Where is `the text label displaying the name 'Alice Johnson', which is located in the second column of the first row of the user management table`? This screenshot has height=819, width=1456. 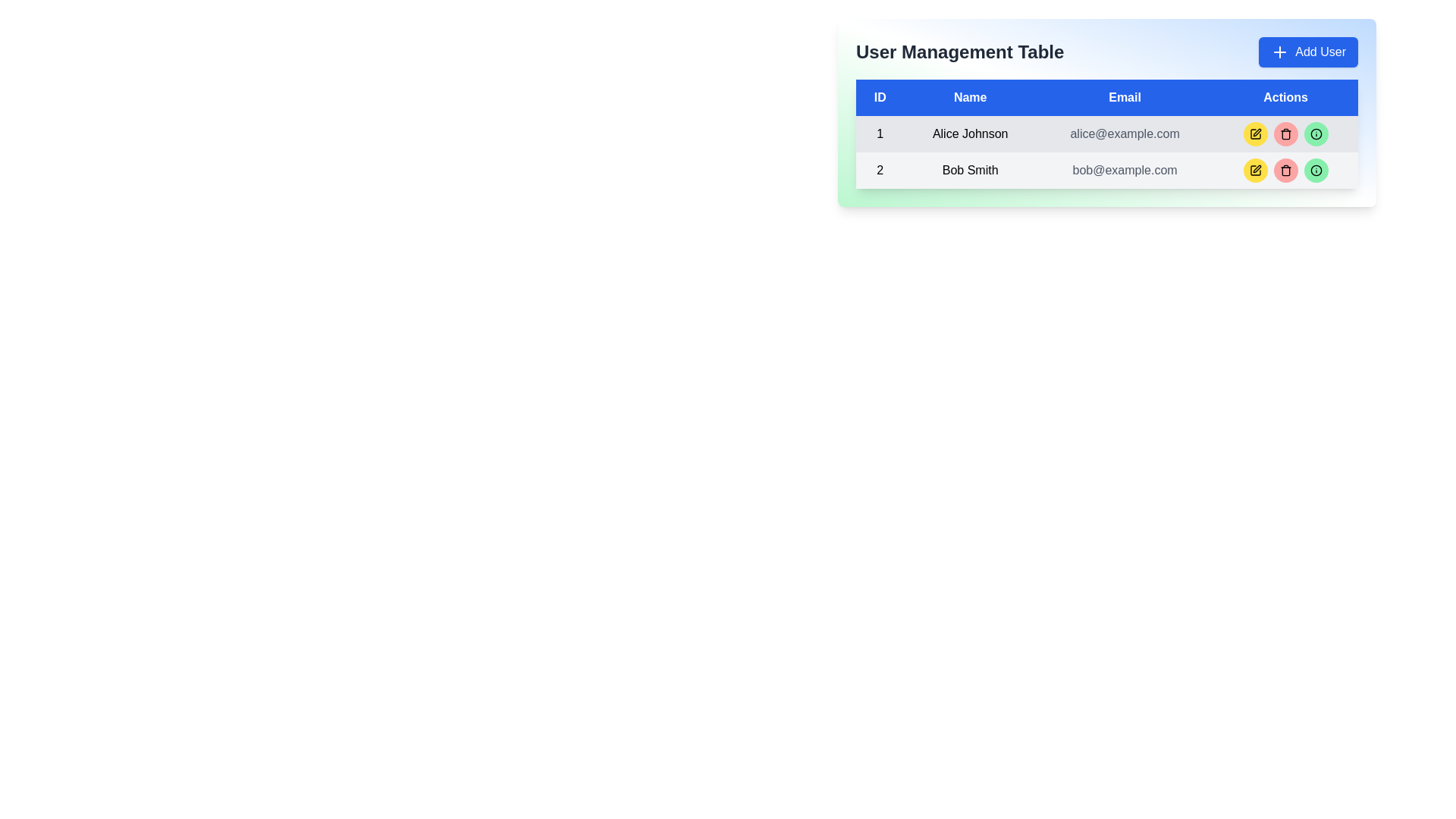
the text label displaying the name 'Alice Johnson', which is located in the second column of the first row of the user management table is located at coordinates (969, 133).